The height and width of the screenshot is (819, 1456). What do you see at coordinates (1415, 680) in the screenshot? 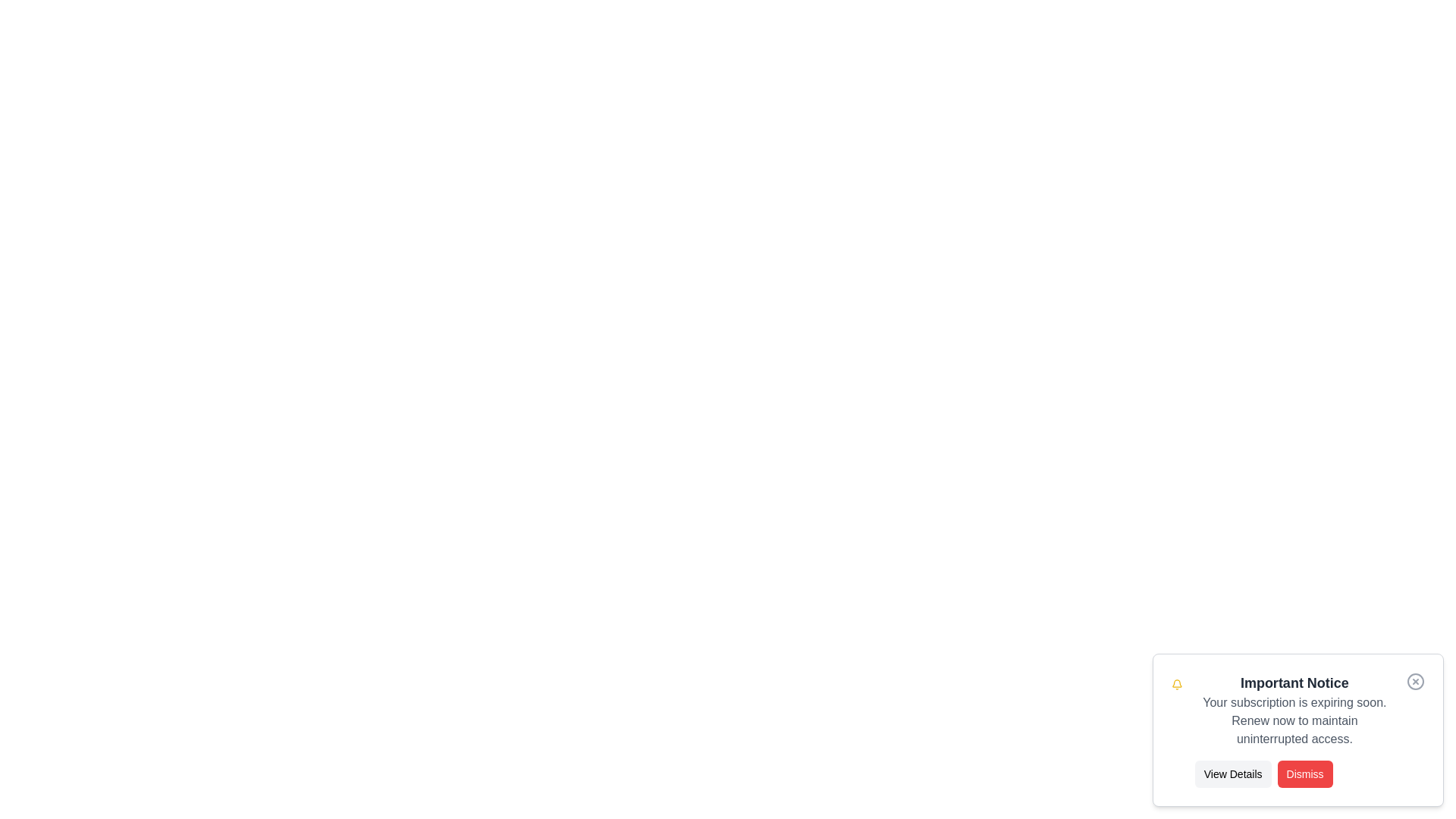
I see `the dismiss button located at the top-right corner of the notification card` at bounding box center [1415, 680].